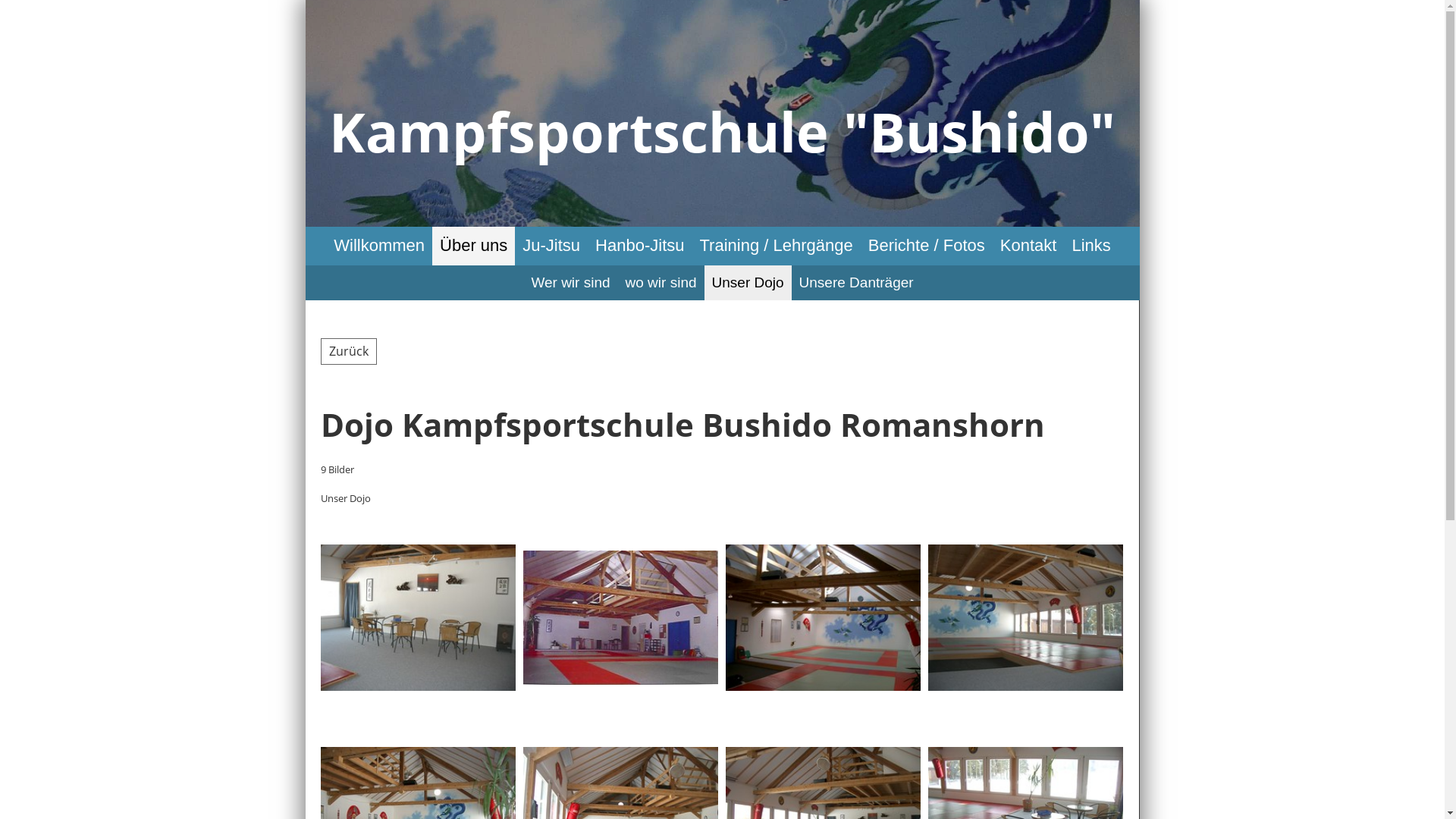 The width and height of the screenshot is (1456, 819). What do you see at coordinates (550, 245) in the screenshot?
I see `'Ju-Jitsu'` at bounding box center [550, 245].